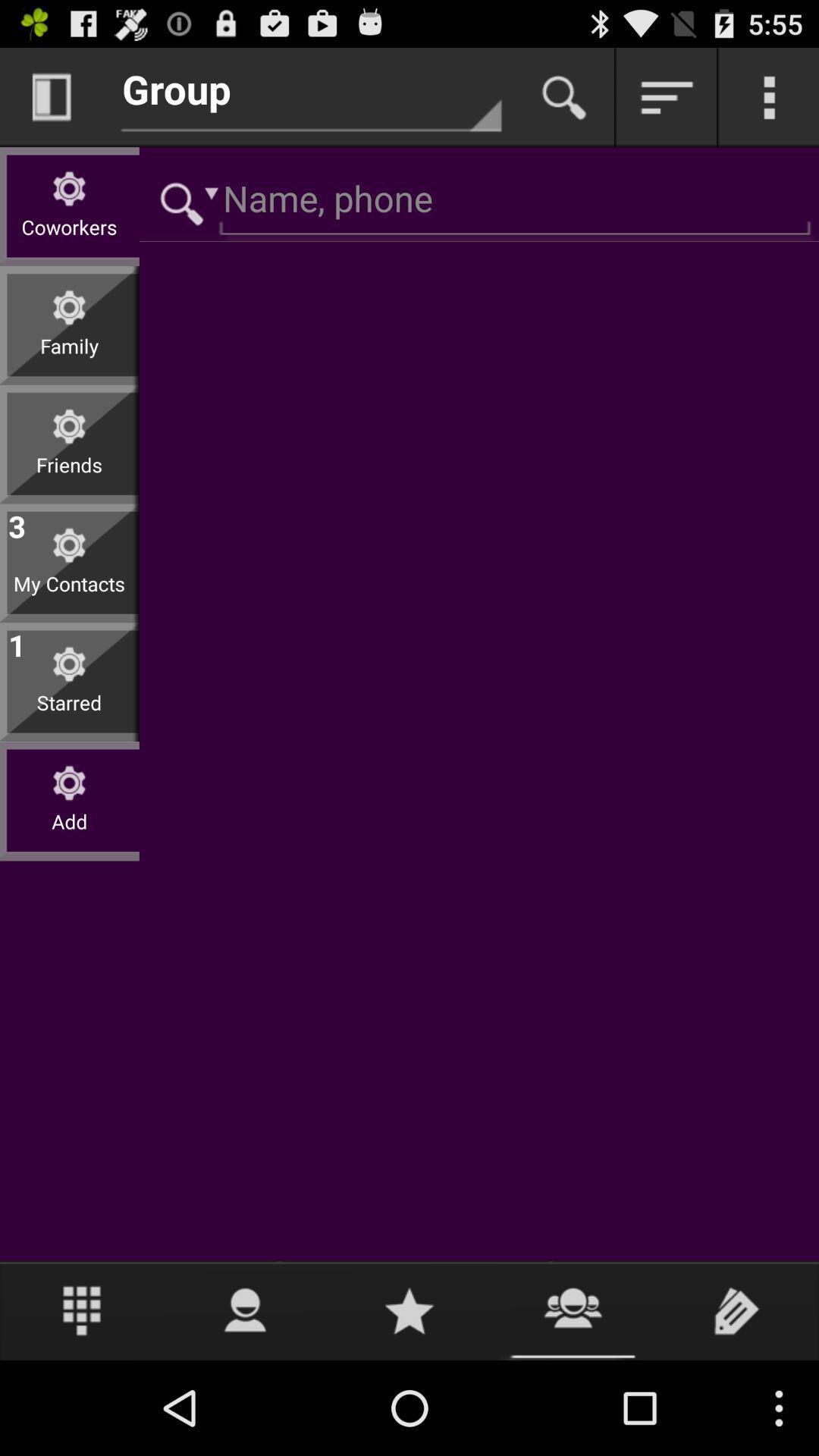  I want to click on the app below the my contacts, so click(17, 642).